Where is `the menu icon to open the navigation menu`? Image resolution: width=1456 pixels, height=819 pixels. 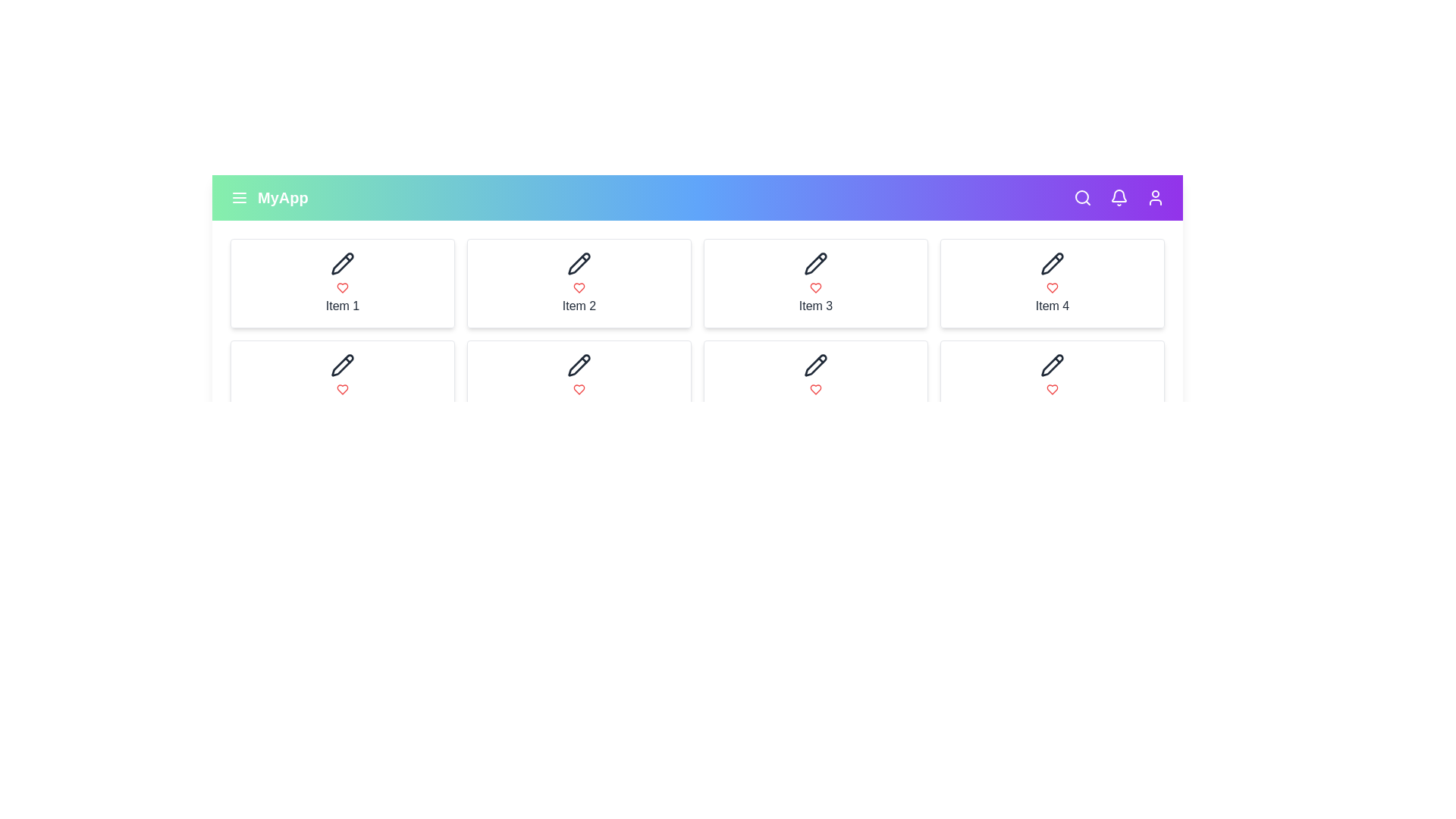 the menu icon to open the navigation menu is located at coordinates (239, 197).